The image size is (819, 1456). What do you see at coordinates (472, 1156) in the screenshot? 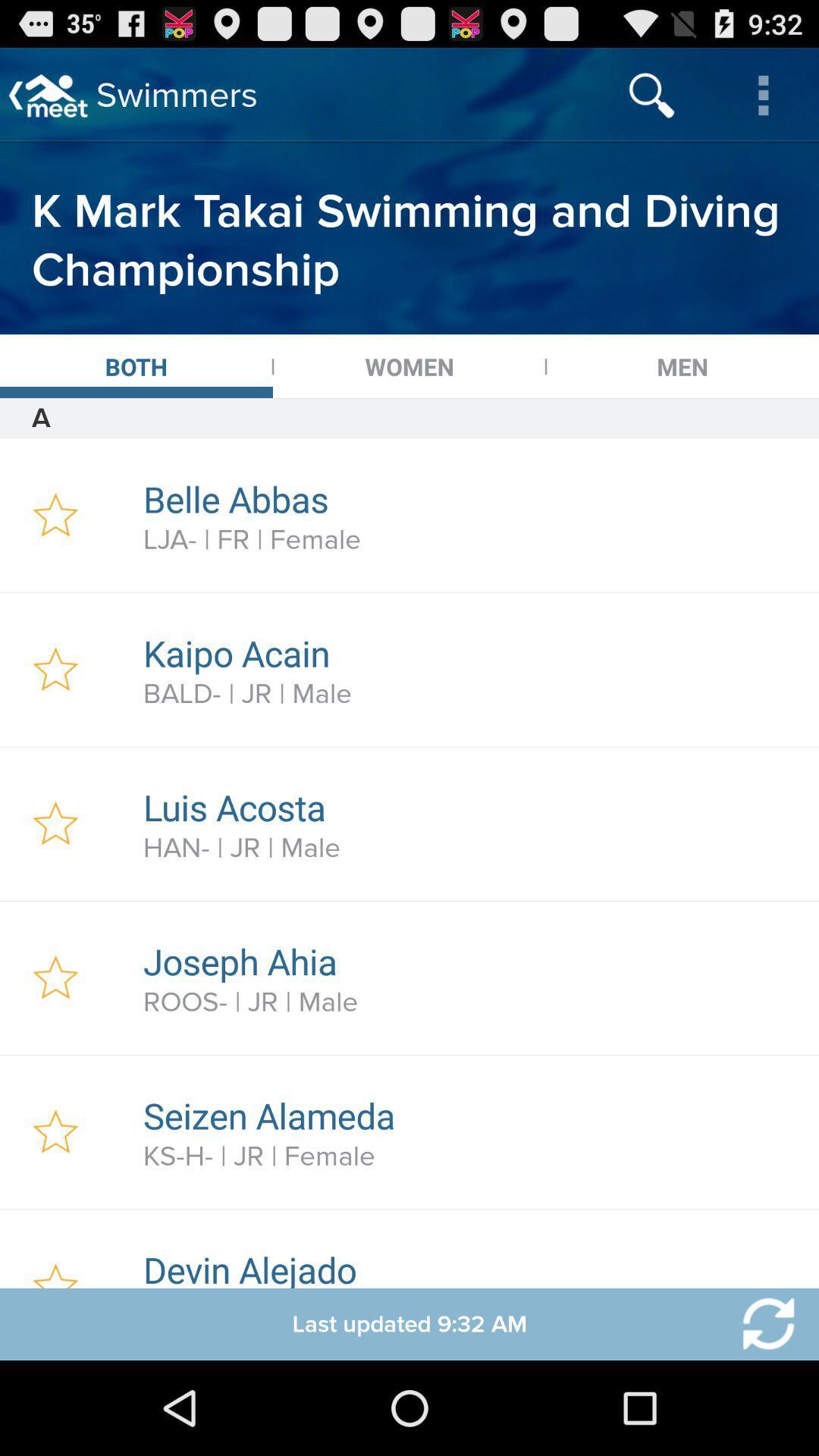
I see `item above devin alejado icon` at bounding box center [472, 1156].